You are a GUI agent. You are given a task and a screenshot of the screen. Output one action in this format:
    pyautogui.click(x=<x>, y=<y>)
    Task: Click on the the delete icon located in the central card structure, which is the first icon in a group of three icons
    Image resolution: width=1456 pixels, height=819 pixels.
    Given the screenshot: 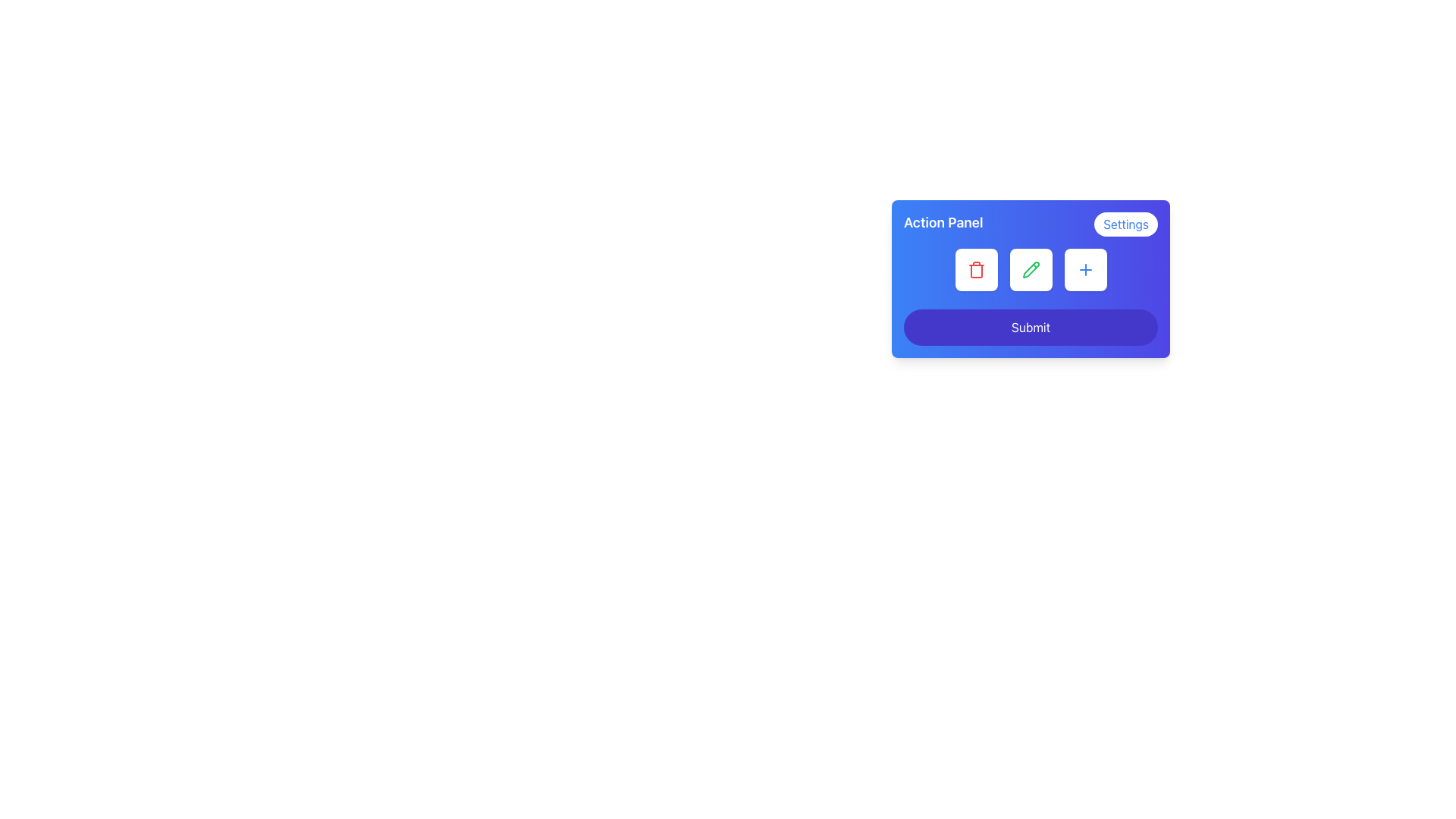 What is the action you would take?
    pyautogui.click(x=976, y=268)
    